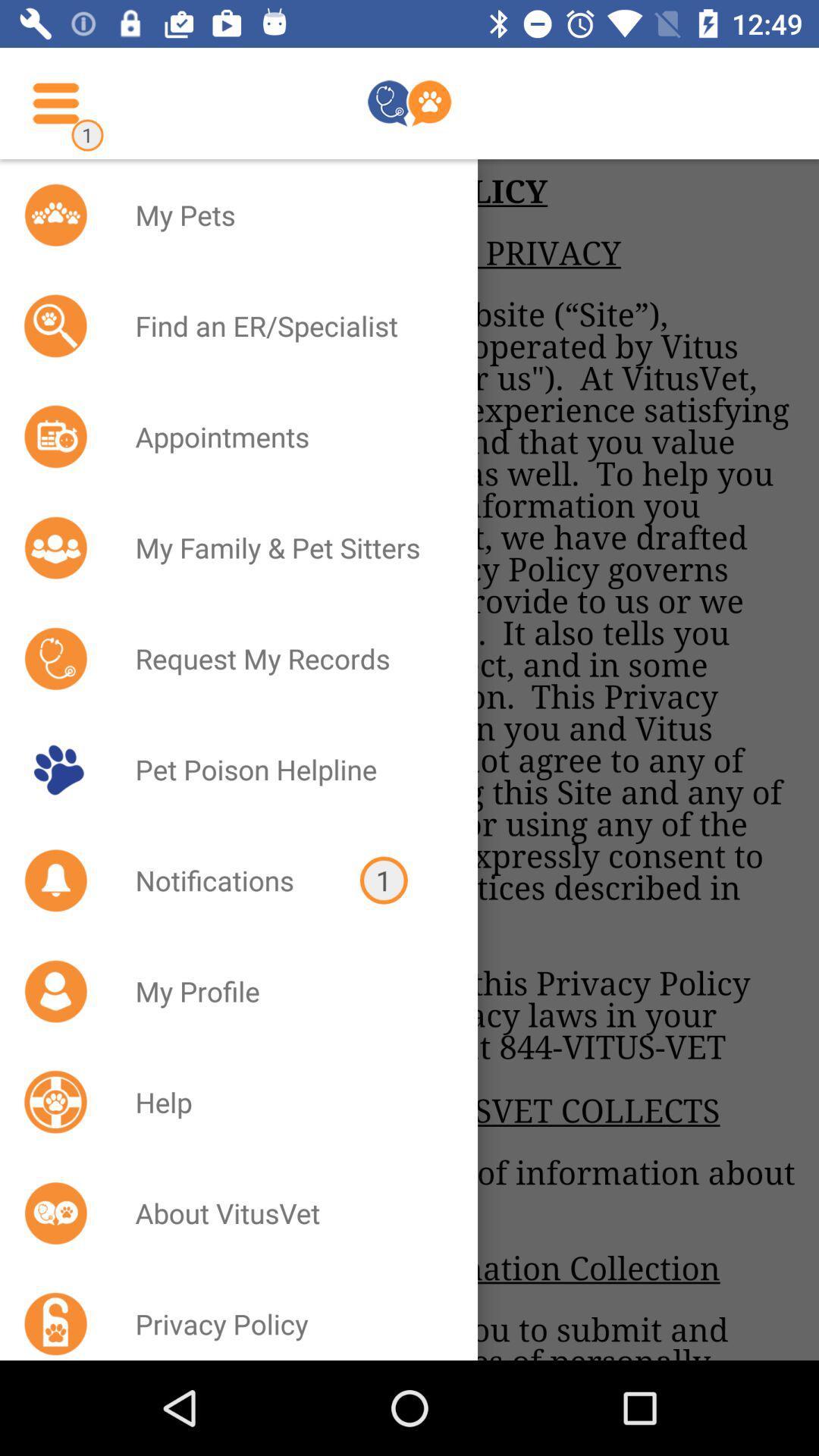  What do you see at coordinates (287, 214) in the screenshot?
I see `my pets item` at bounding box center [287, 214].